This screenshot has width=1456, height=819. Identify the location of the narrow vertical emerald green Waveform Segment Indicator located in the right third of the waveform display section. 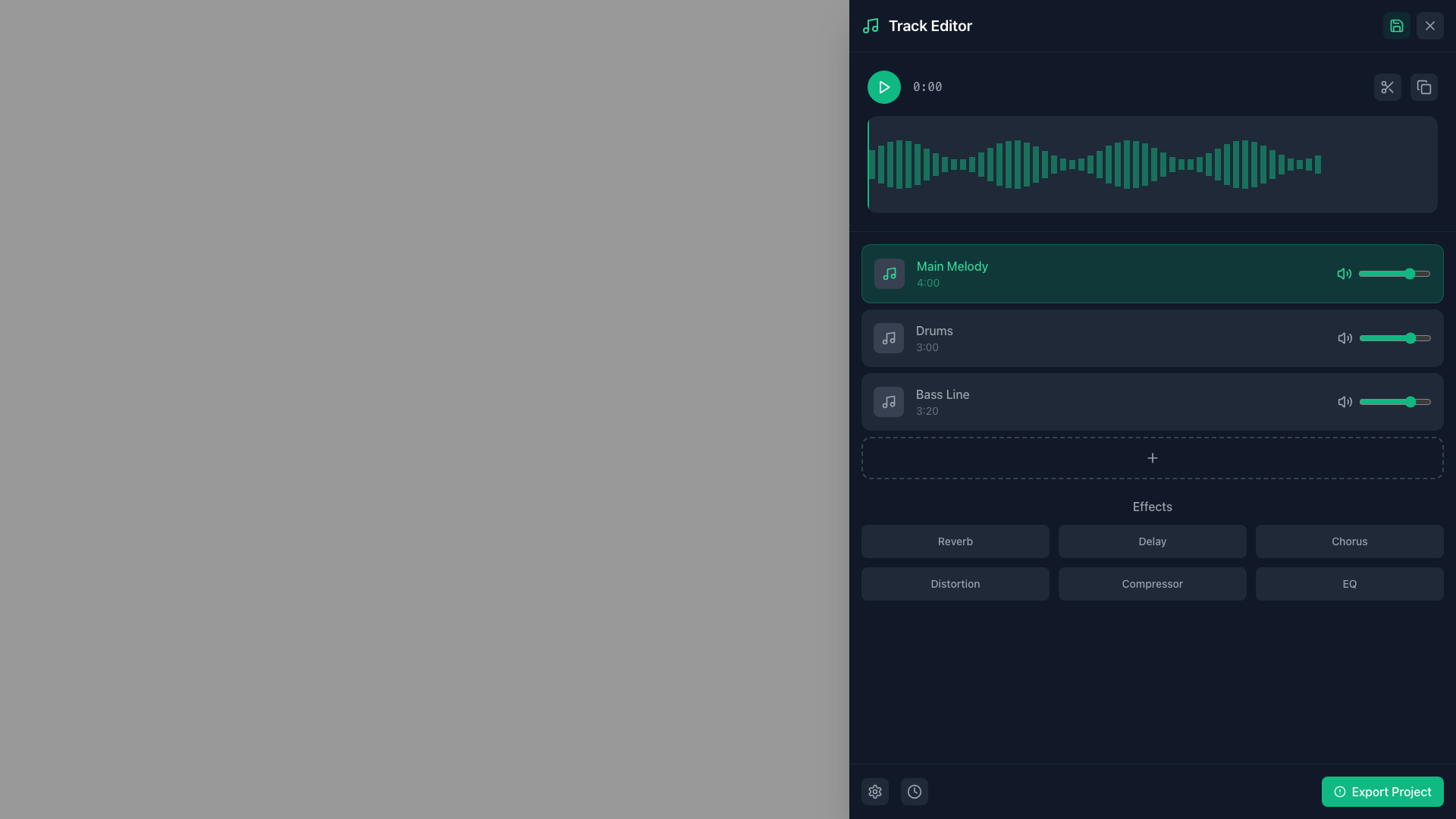
(1236, 164).